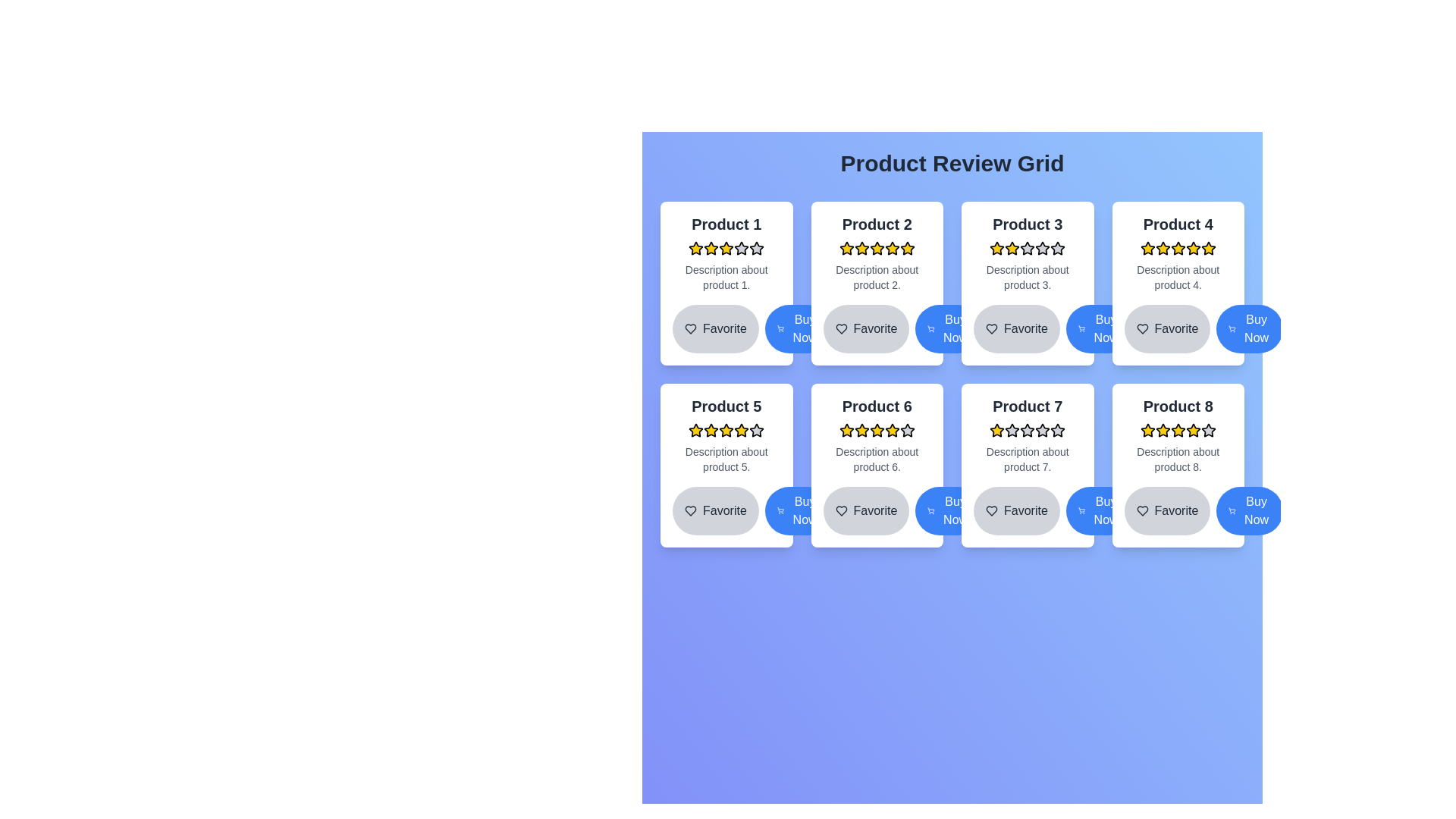  What do you see at coordinates (1057, 430) in the screenshot?
I see `the hollow star icon representing a rating unit in the 'Product 7' card of the 'Product Review Grid', indicating it is inactive or unselected` at bounding box center [1057, 430].